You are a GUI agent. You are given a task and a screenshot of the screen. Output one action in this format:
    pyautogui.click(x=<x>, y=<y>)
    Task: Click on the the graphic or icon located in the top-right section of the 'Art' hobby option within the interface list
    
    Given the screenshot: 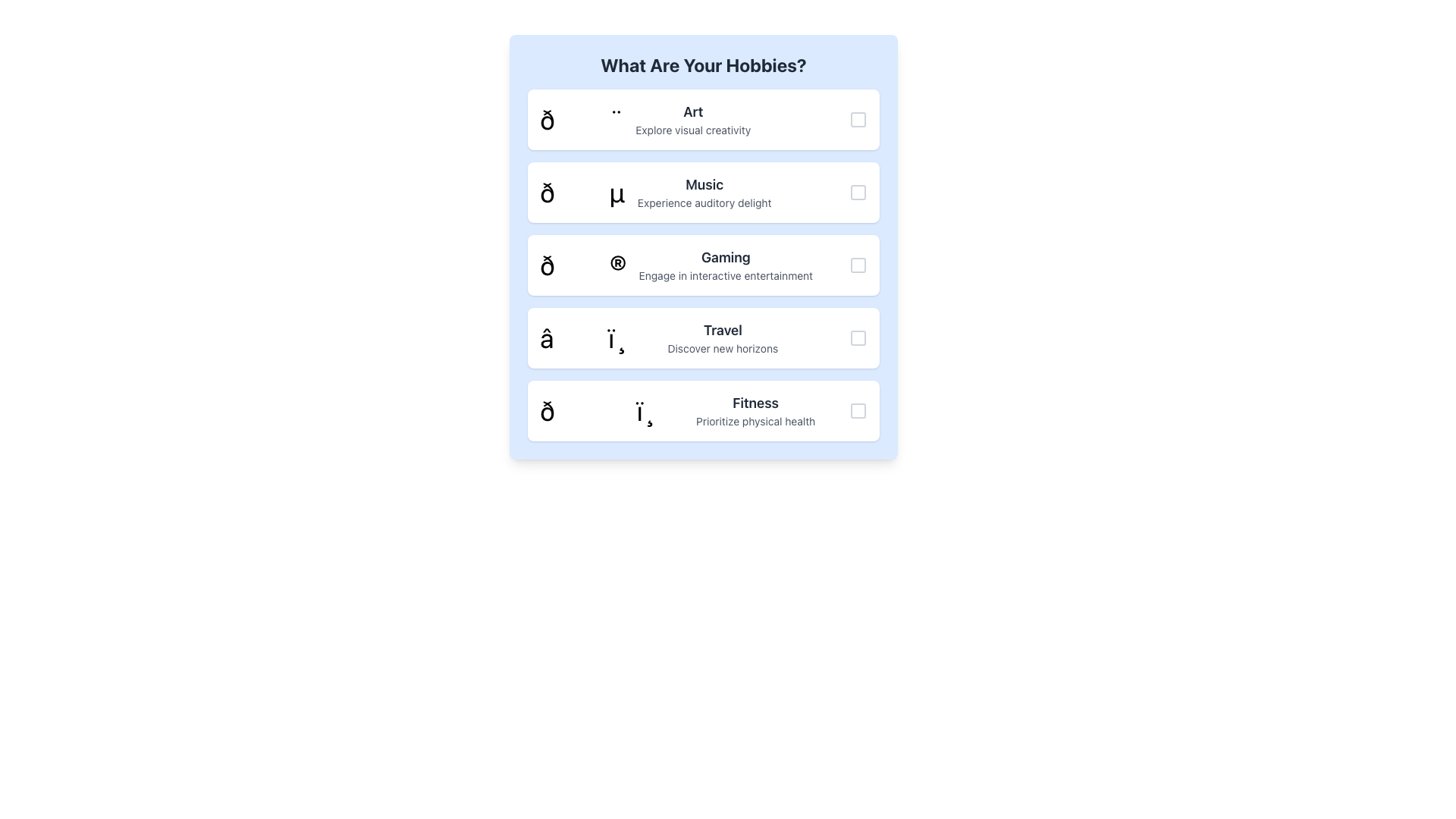 What is the action you would take?
    pyautogui.click(x=858, y=119)
    